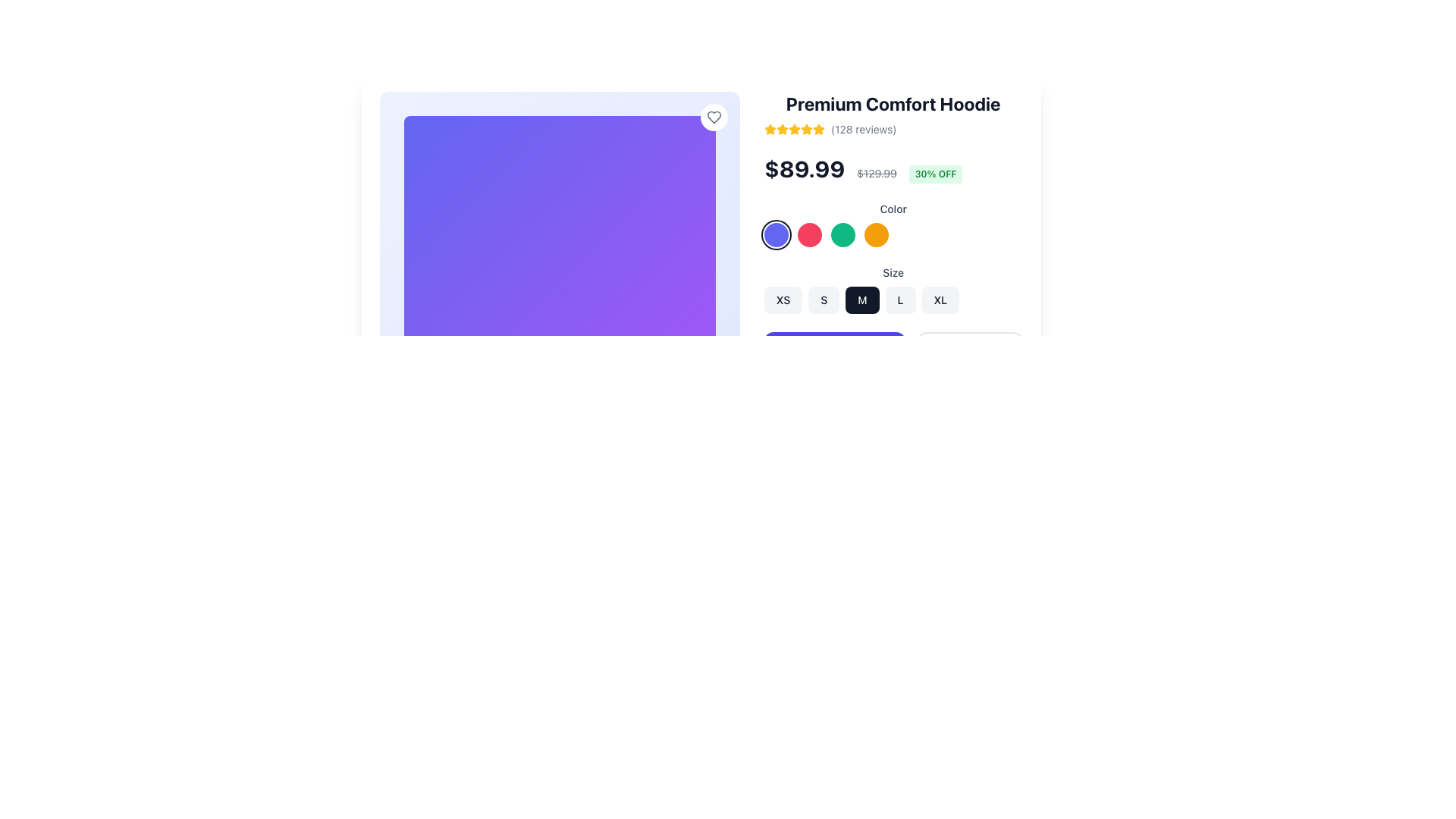  I want to click on text indicating the number of user reviews for the product, which is located to the right of the star icons in the top-right section of the product information, so click(864, 128).